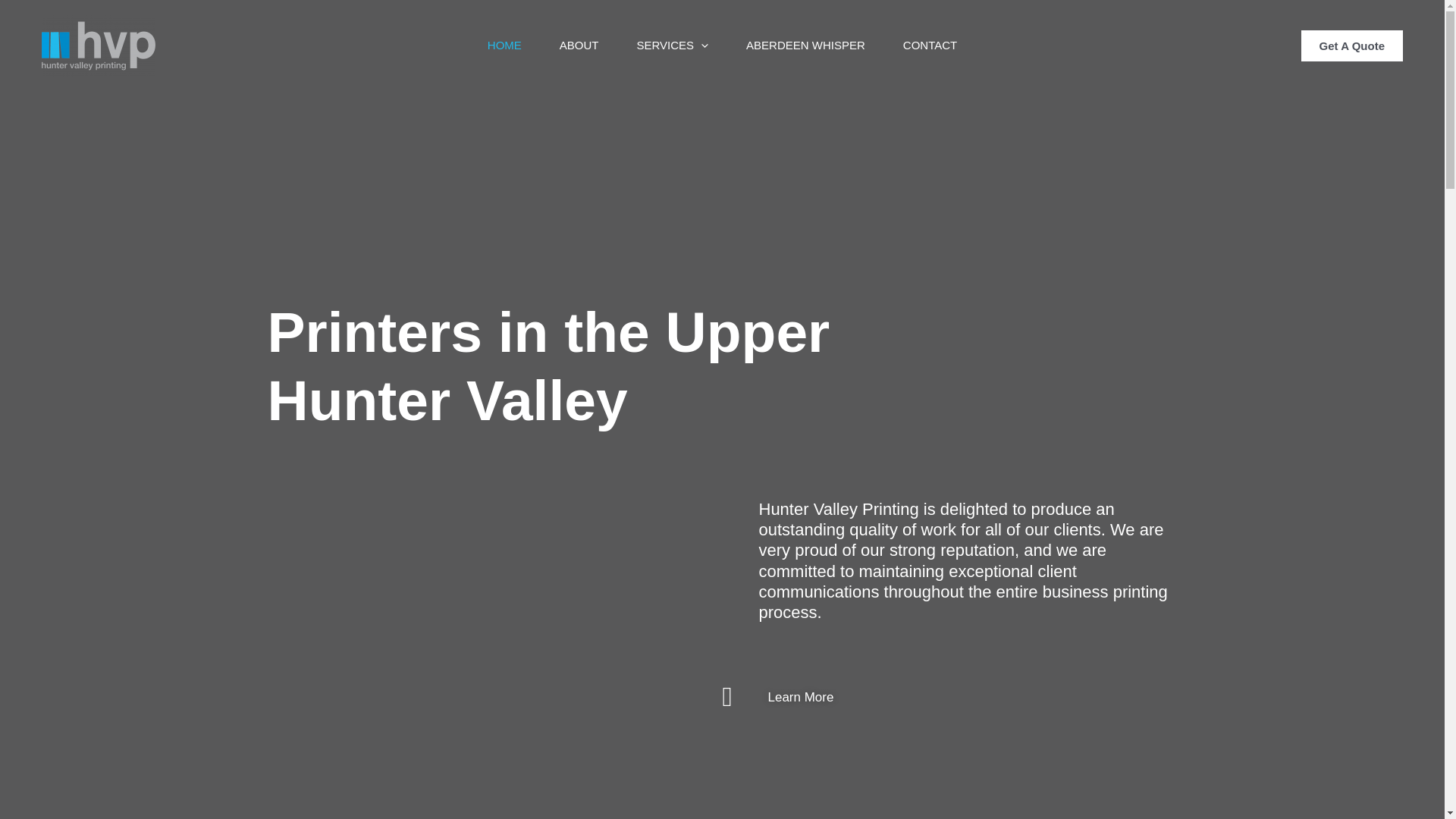 This screenshot has height=819, width=1456. What do you see at coordinates (504, 45) in the screenshot?
I see `'HOME'` at bounding box center [504, 45].